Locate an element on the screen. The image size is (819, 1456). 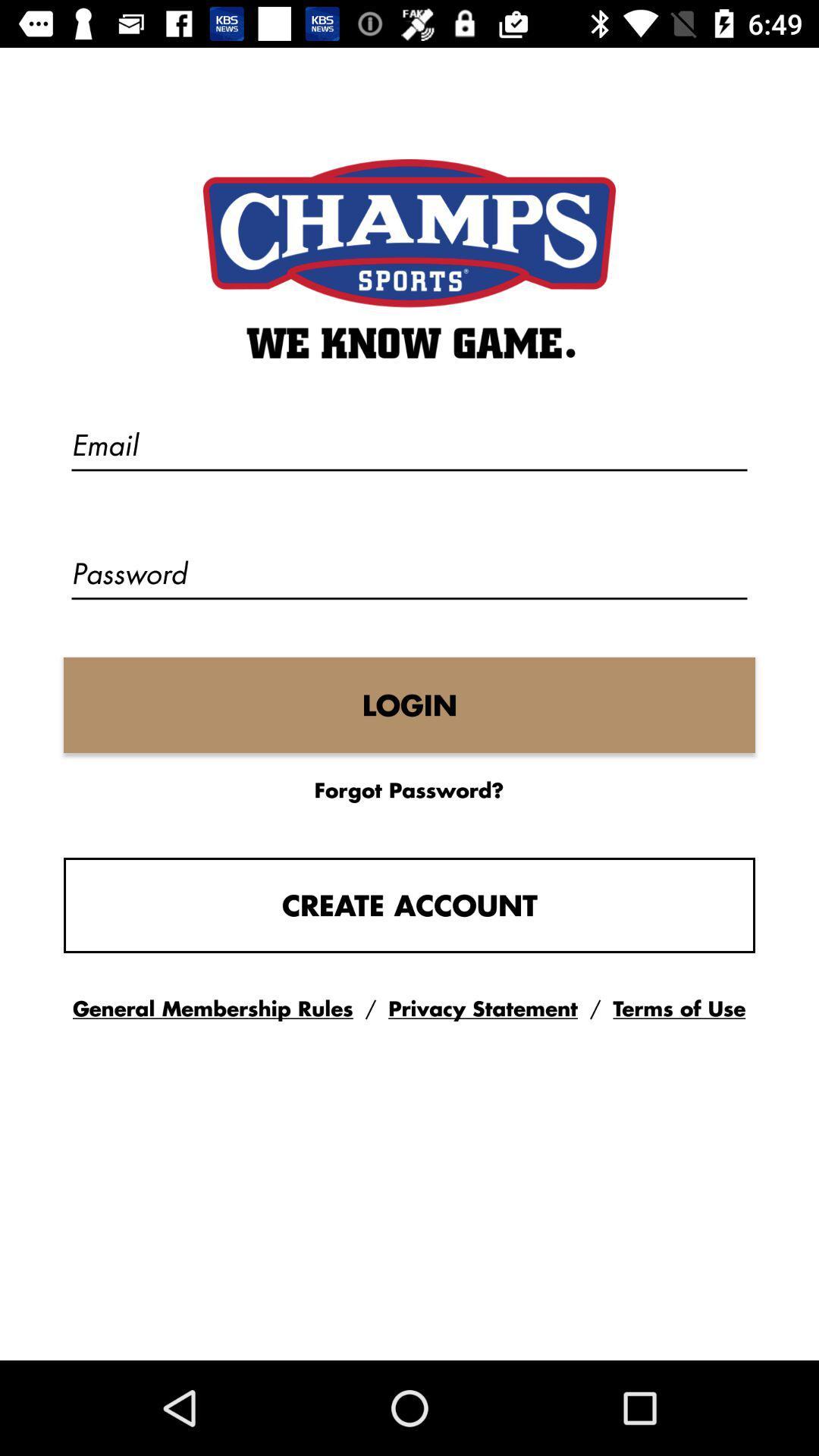
the text field above password is located at coordinates (409, 447).